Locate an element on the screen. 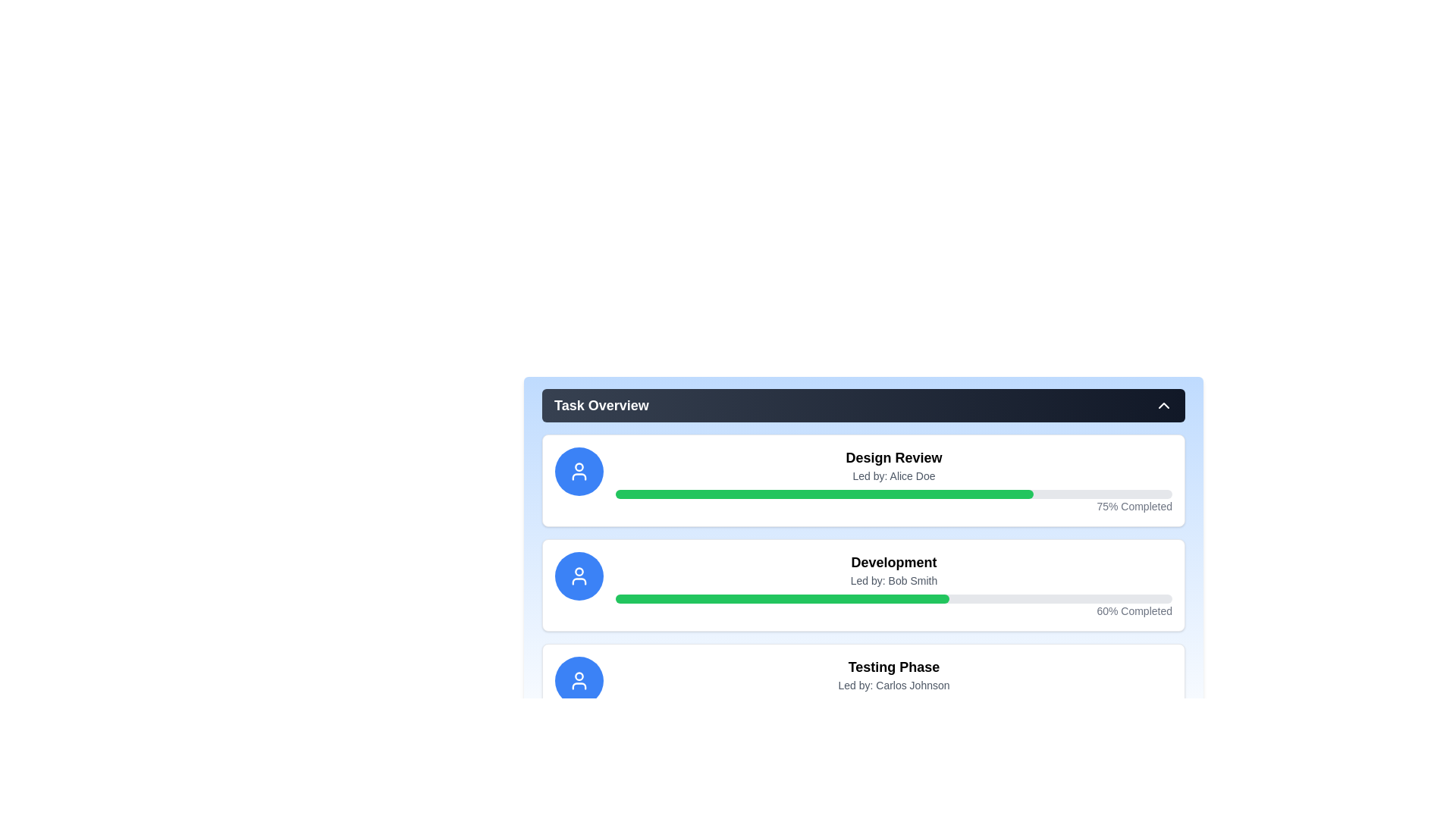 The width and height of the screenshot is (1456, 819). the user icon SVG within the circular button located to the left of the 'Design Review' list item in the 'Task Overview' section is located at coordinates (578, 576).